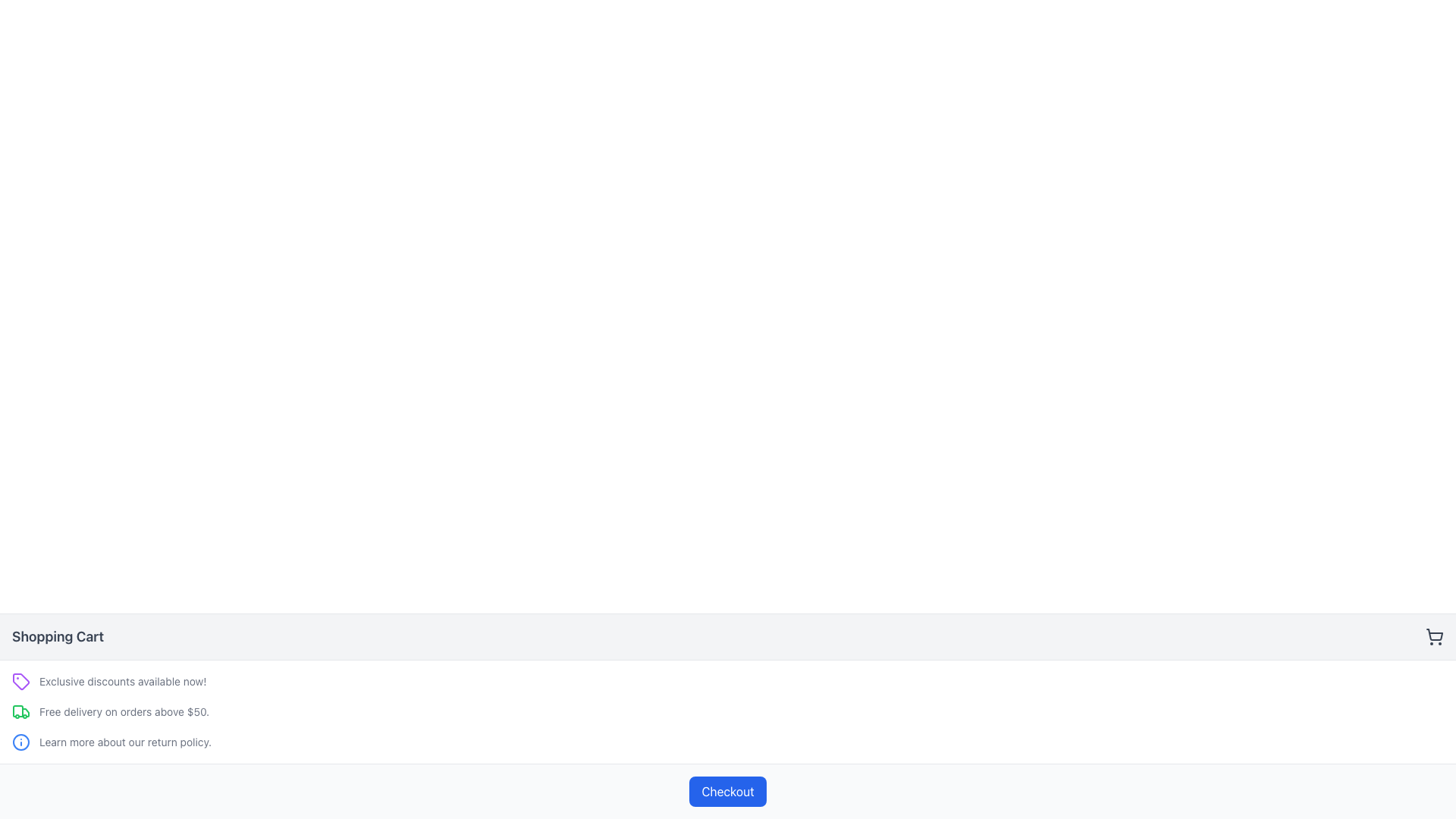 The height and width of the screenshot is (819, 1456). Describe the element at coordinates (21, 680) in the screenshot. I see `the discount icon located on the left side of the text 'Exclusive discounts available now!' in the Shopping Cart section` at that location.